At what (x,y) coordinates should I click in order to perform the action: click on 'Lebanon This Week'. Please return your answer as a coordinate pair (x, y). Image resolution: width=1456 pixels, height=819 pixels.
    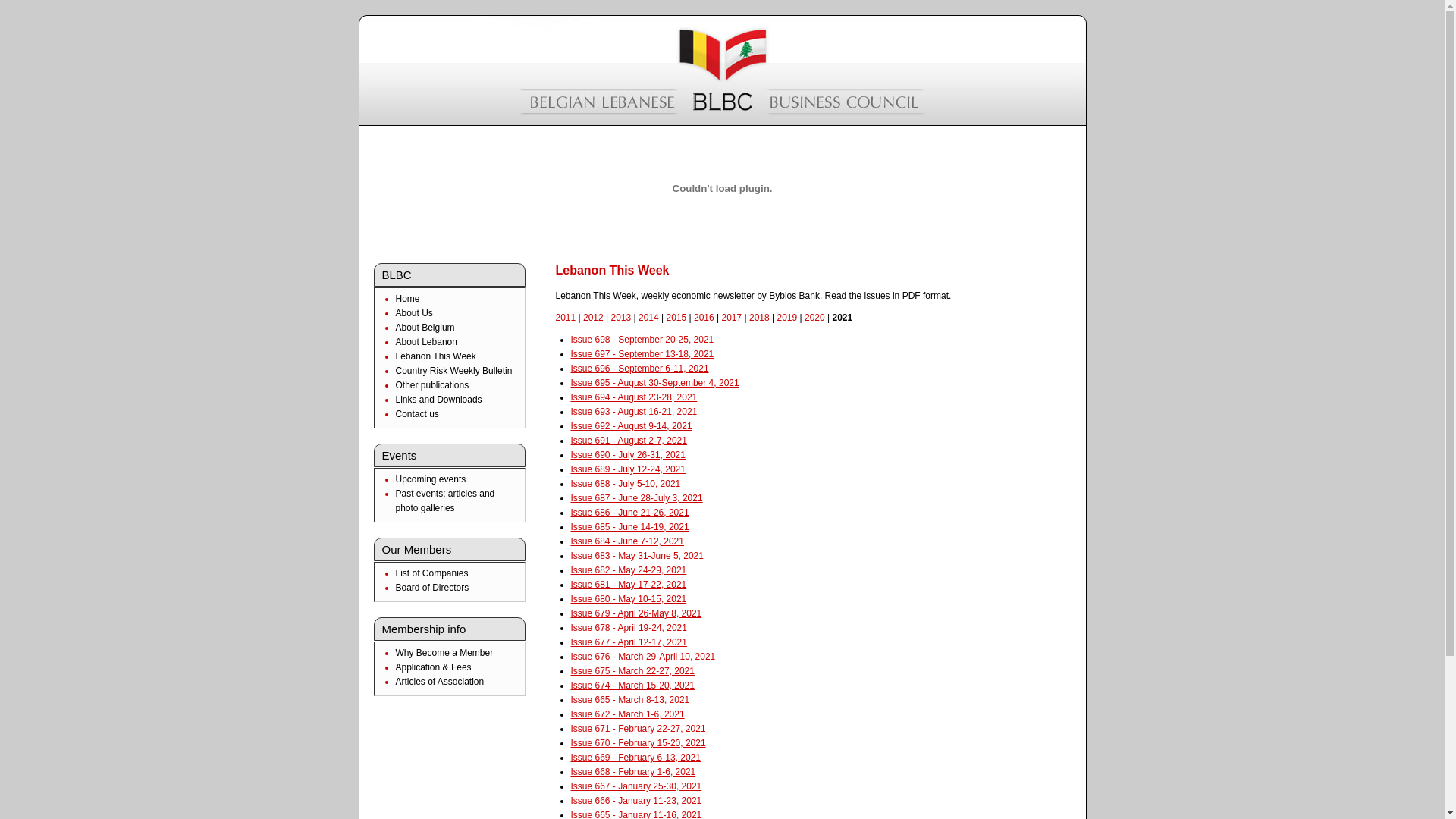
    Looking at the image, I should click on (435, 356).